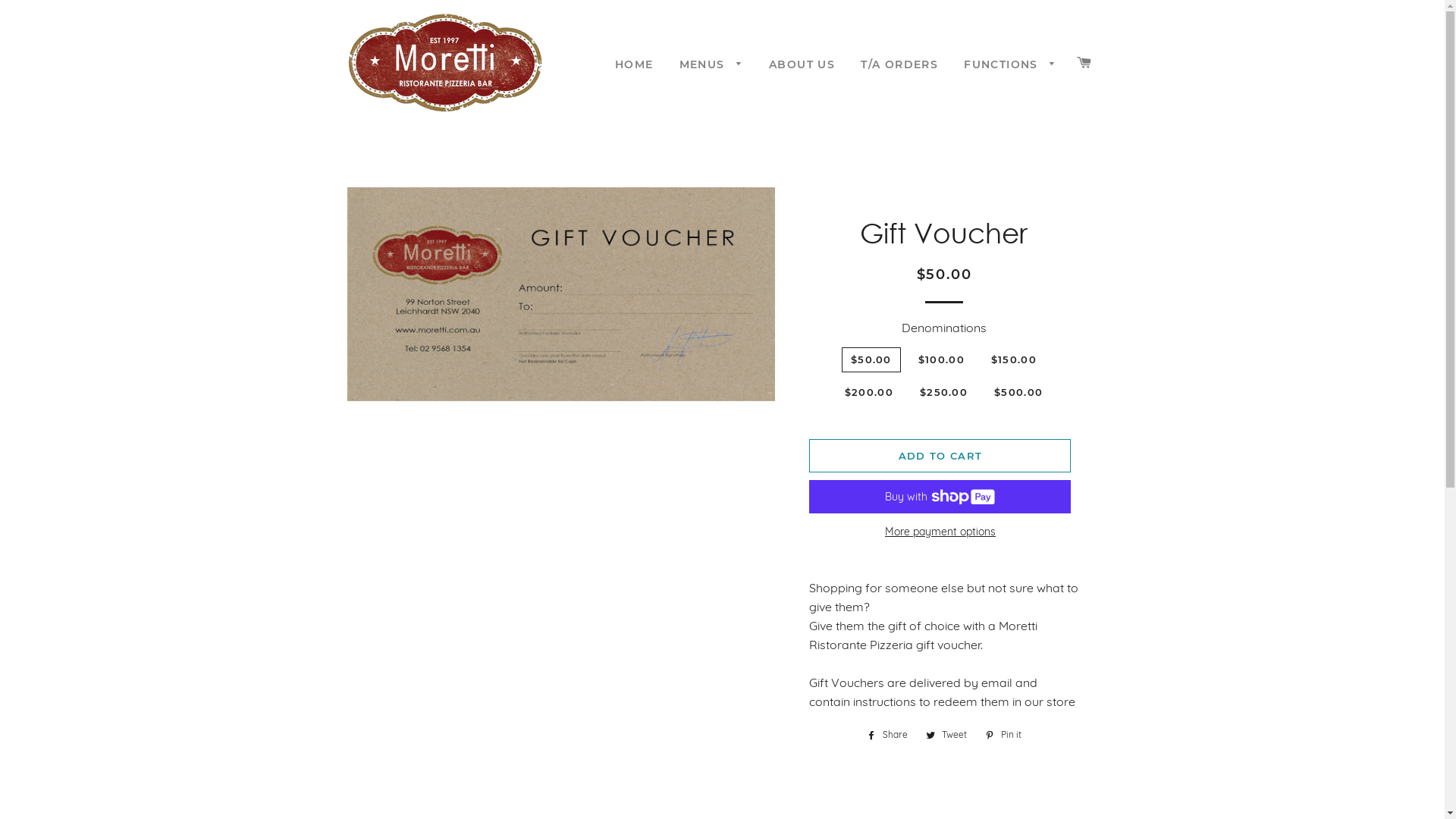 This screenshot has width=1456, height=819. Describe the element at coordinates (939, 532) in the screenshot. I see `'More payment options'` at that location.